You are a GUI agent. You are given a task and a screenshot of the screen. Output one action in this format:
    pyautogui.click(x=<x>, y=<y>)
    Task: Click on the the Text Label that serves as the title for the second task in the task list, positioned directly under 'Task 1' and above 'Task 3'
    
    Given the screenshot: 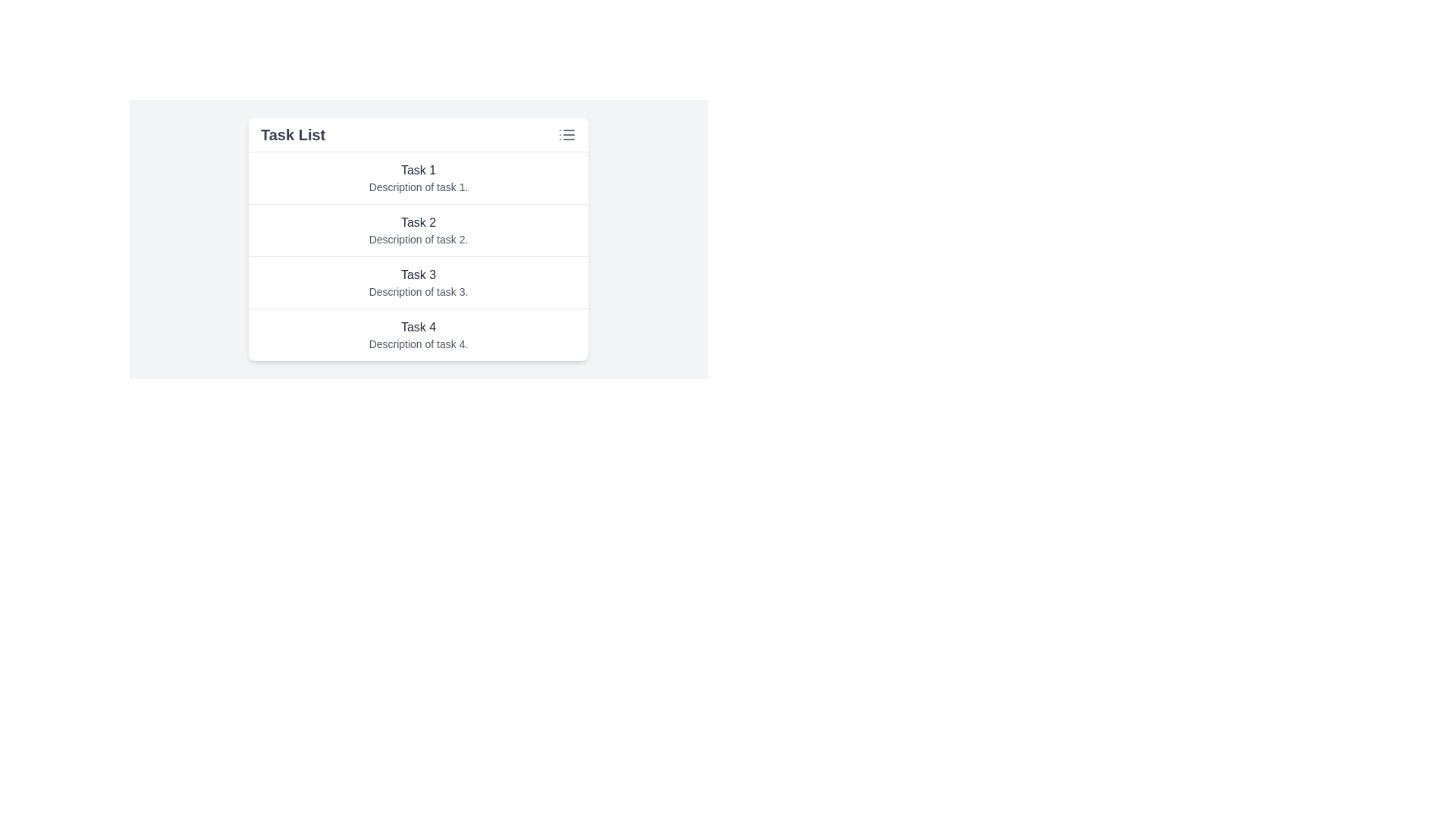 What is the action you would take?
    pyautogui.click(x=419, y=222)
    